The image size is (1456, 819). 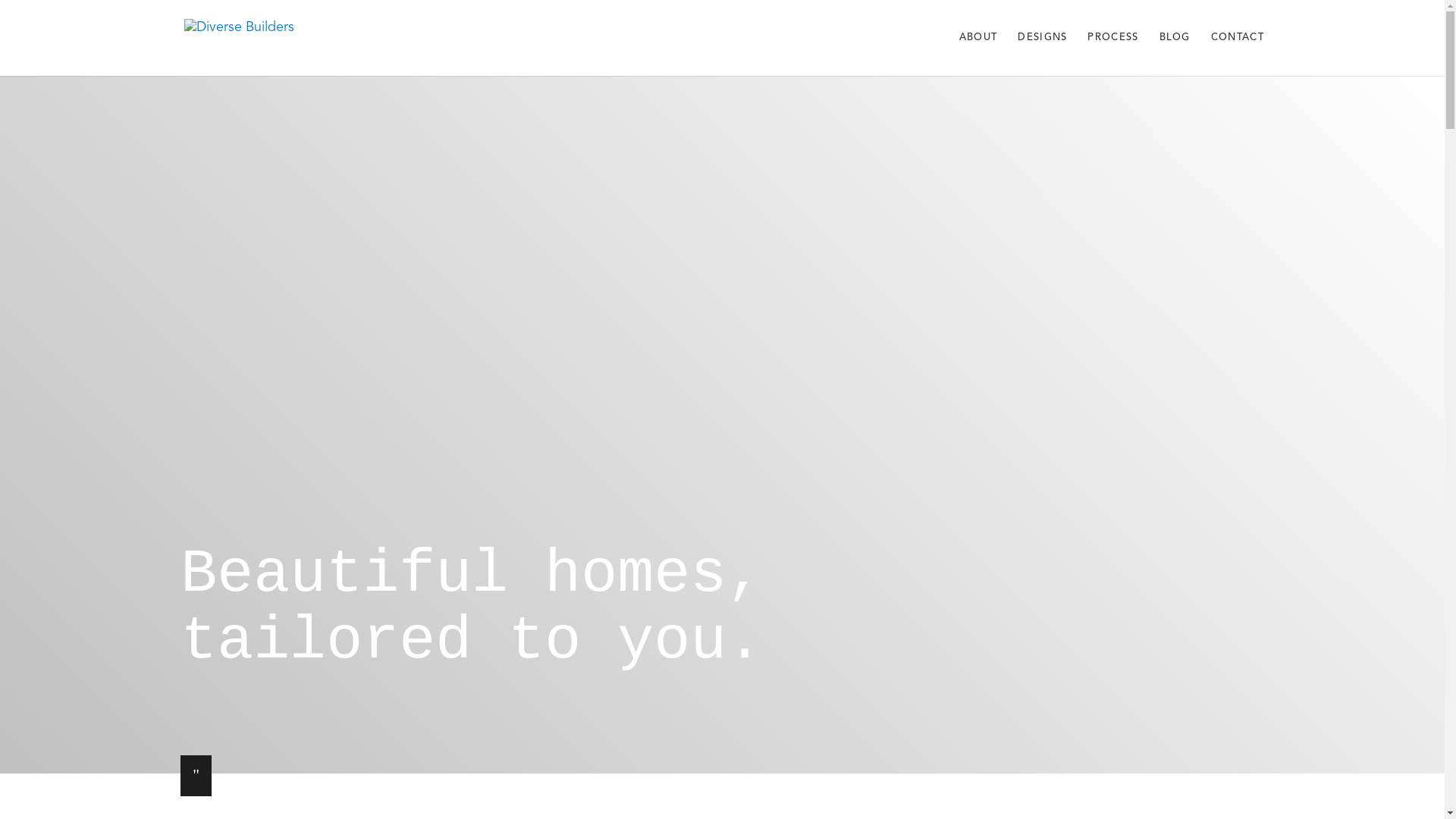 I want to click on 'CONTACT', so click(x=1210, y=53).